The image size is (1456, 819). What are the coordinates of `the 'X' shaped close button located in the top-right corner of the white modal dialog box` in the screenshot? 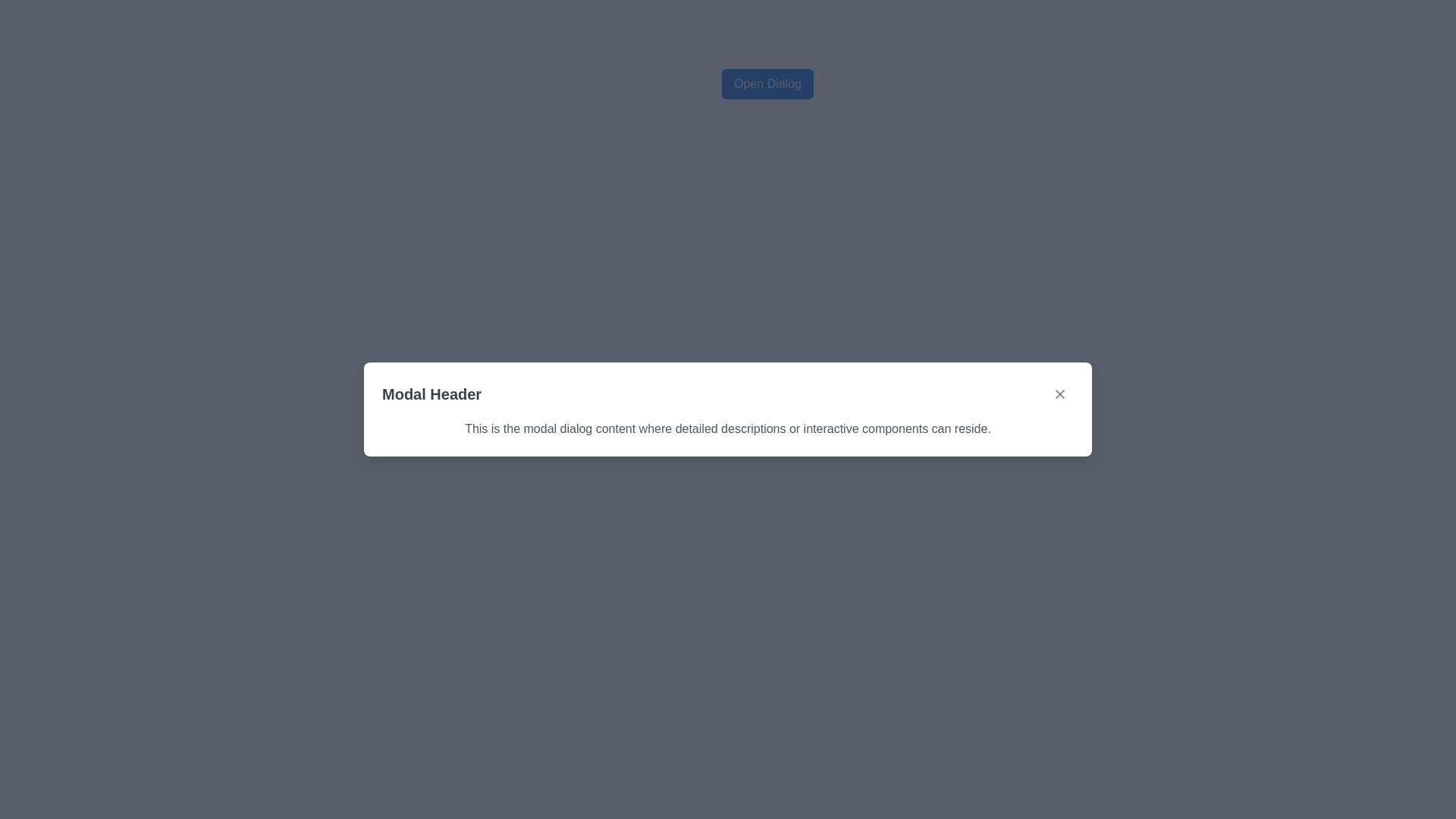 It's located at (1059, 394).